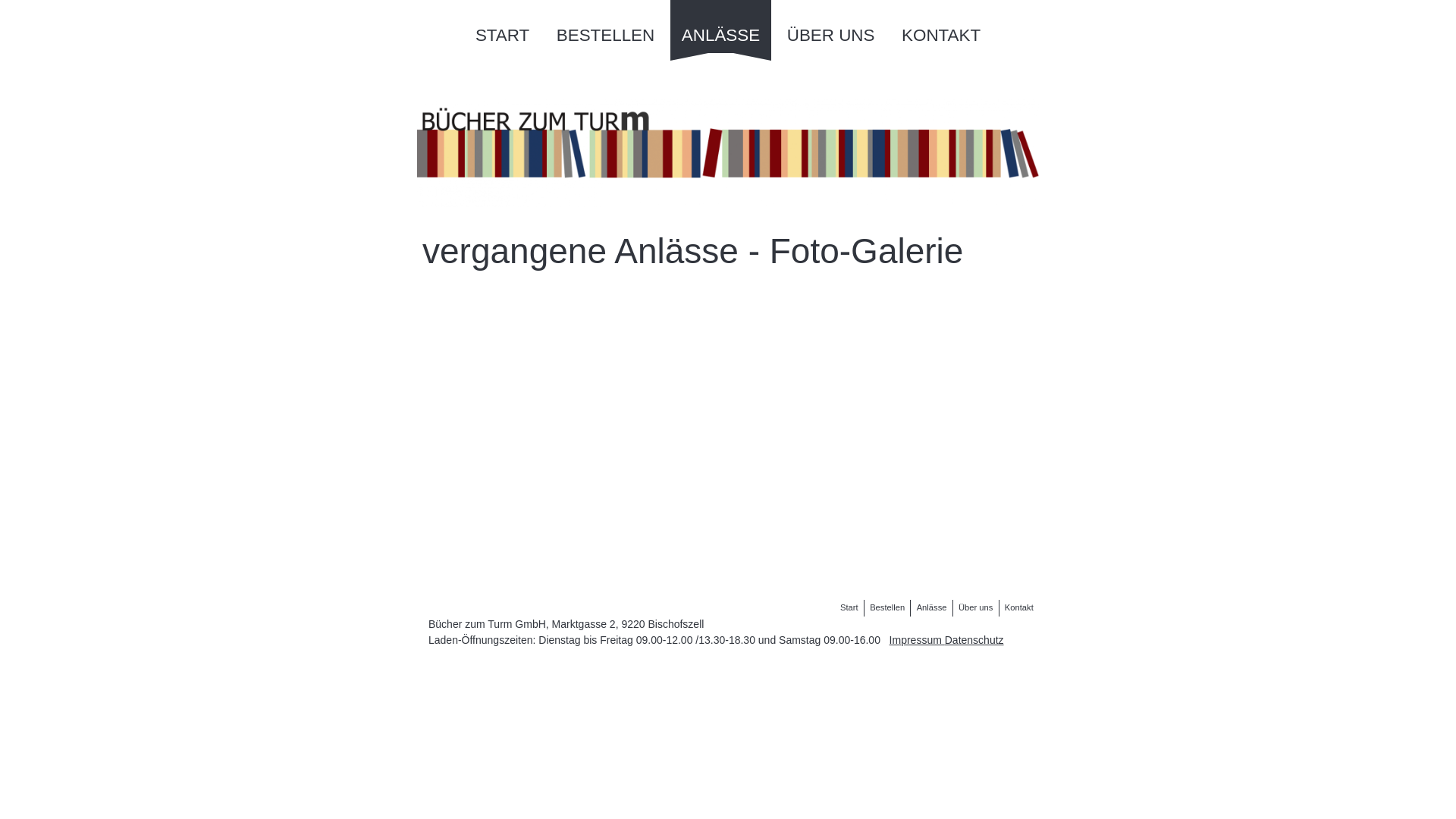 The width and height of the screenshot is (1456, 819). What do you see at coordinates (1001, 607) in the screenshot?
I see `'Kontakt'` at bounding box center [1001, 607].